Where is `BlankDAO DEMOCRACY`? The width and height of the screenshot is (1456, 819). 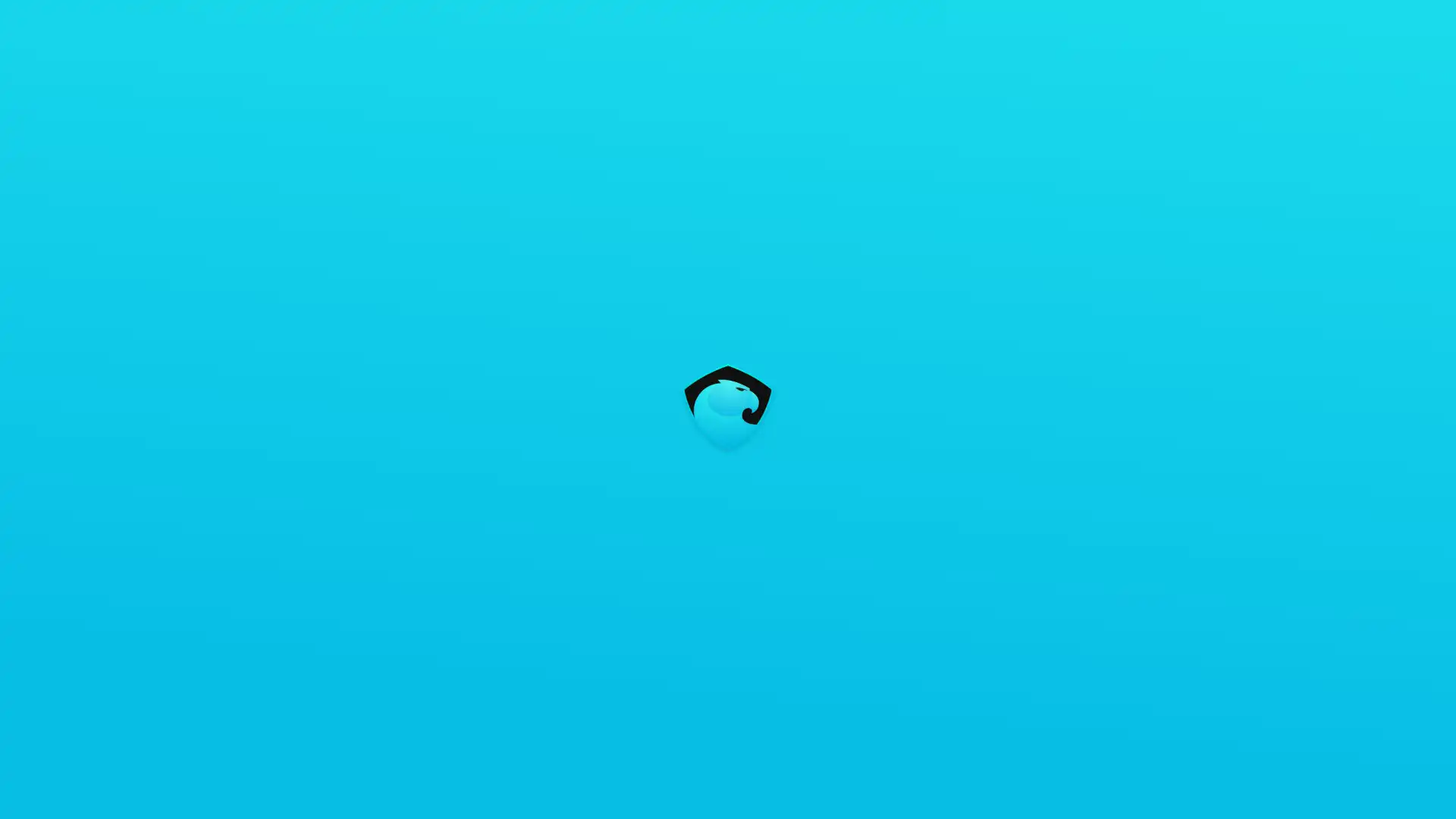
BlankDAO DEMOCRACY is located at coordinates (930, 271).